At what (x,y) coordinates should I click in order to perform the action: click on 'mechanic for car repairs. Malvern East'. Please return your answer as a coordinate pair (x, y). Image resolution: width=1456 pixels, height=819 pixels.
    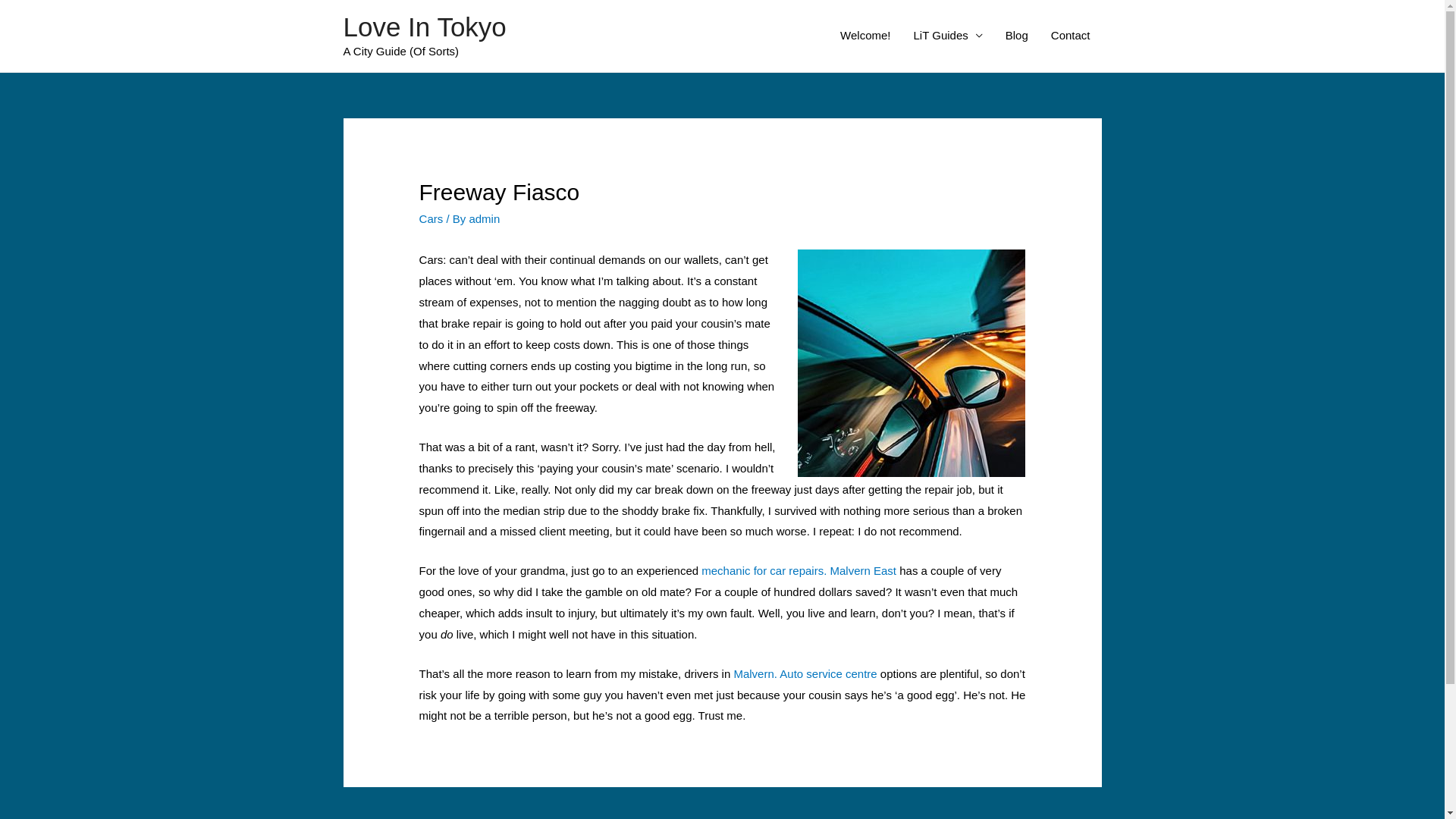
    Looking at the image, I should click on (798, 570).